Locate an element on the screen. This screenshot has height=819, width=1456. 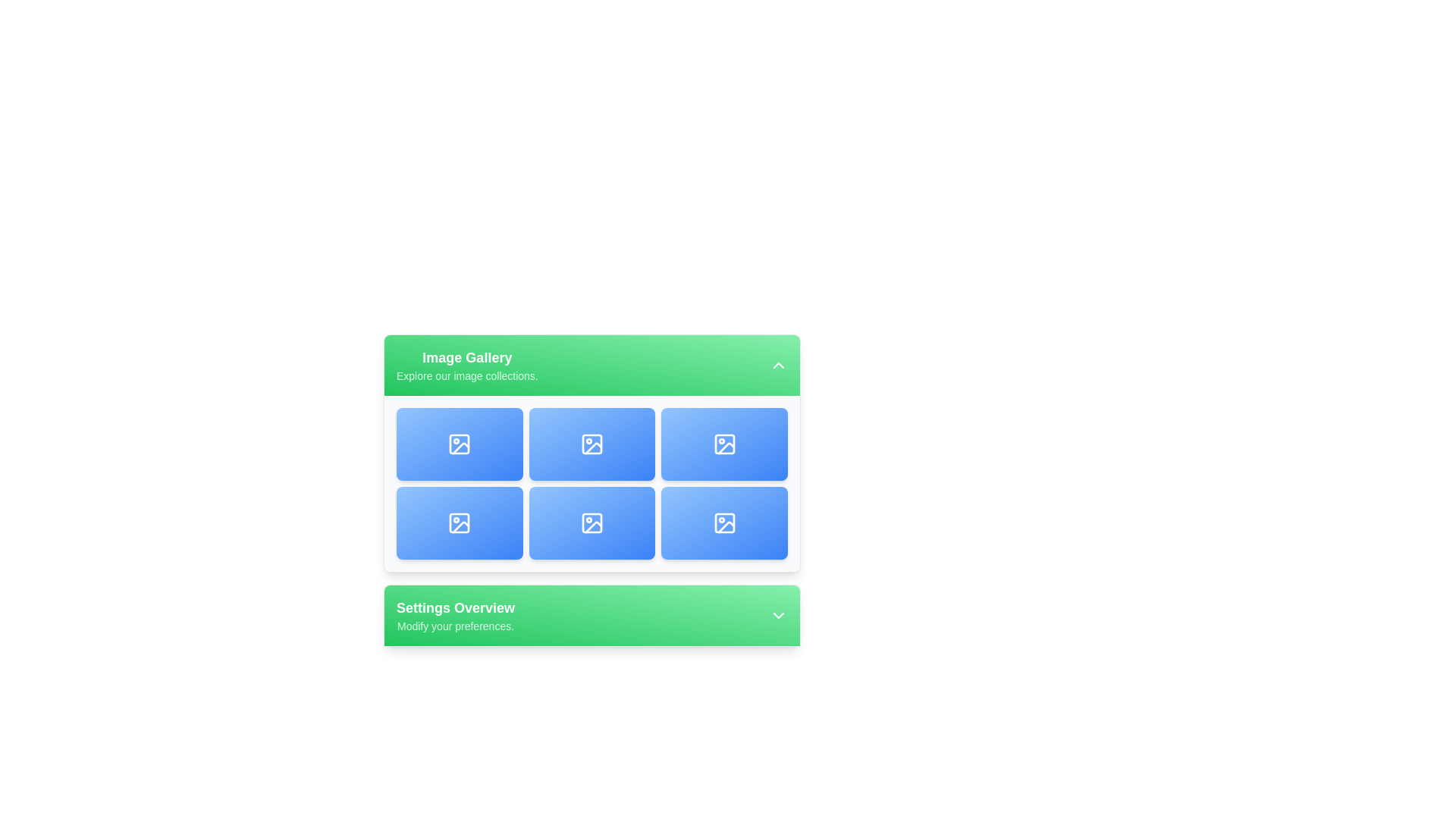
the downward-pointing chevron icon located at the far-right side of the 'Settings Overview' section is located at coordinates (779, 616).